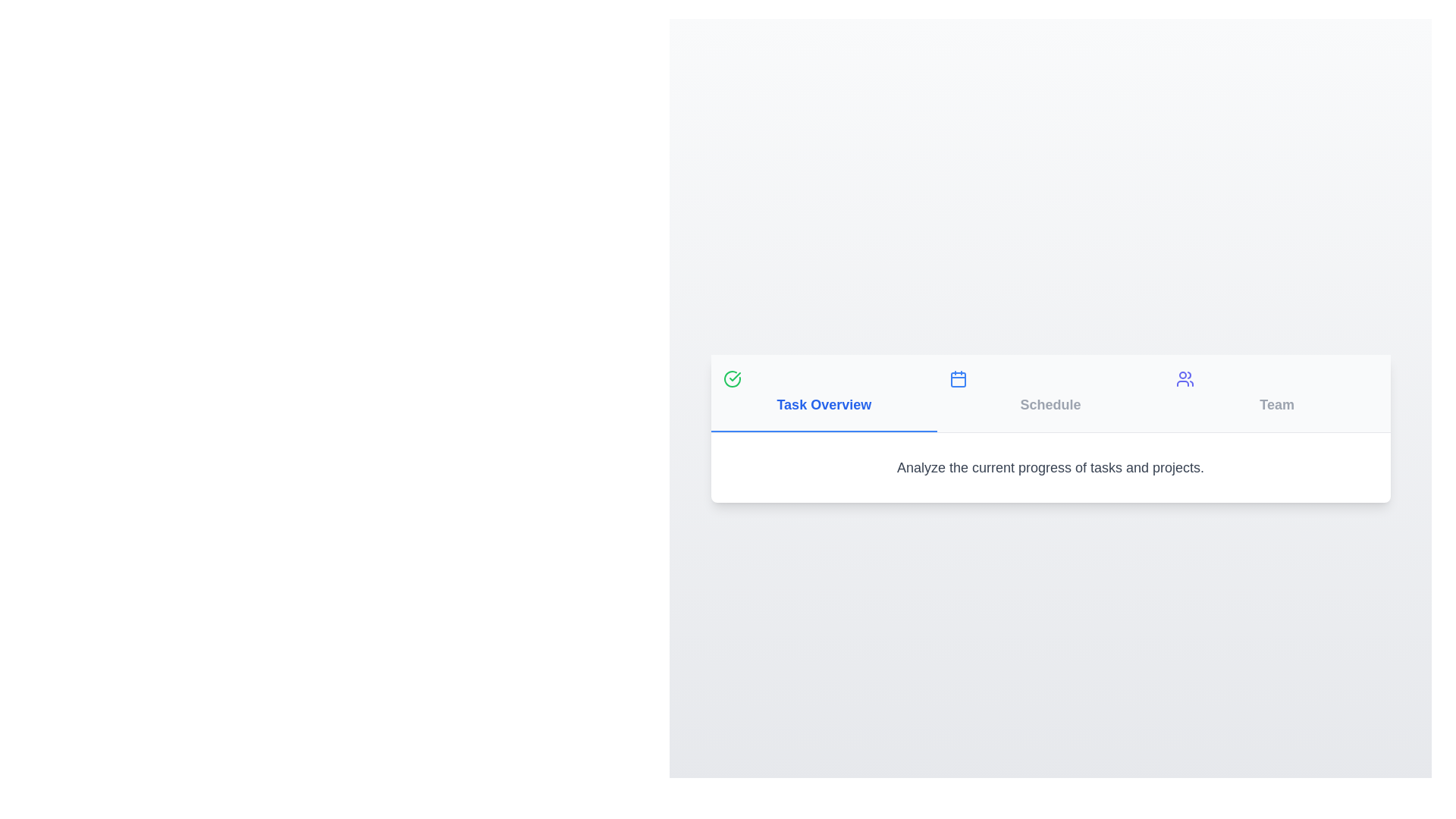 Image resolution: width=1456 pixels, height=819 pixels. I want to click on the tab item labeled Team to observe its hover effect, so click(1276, 392).